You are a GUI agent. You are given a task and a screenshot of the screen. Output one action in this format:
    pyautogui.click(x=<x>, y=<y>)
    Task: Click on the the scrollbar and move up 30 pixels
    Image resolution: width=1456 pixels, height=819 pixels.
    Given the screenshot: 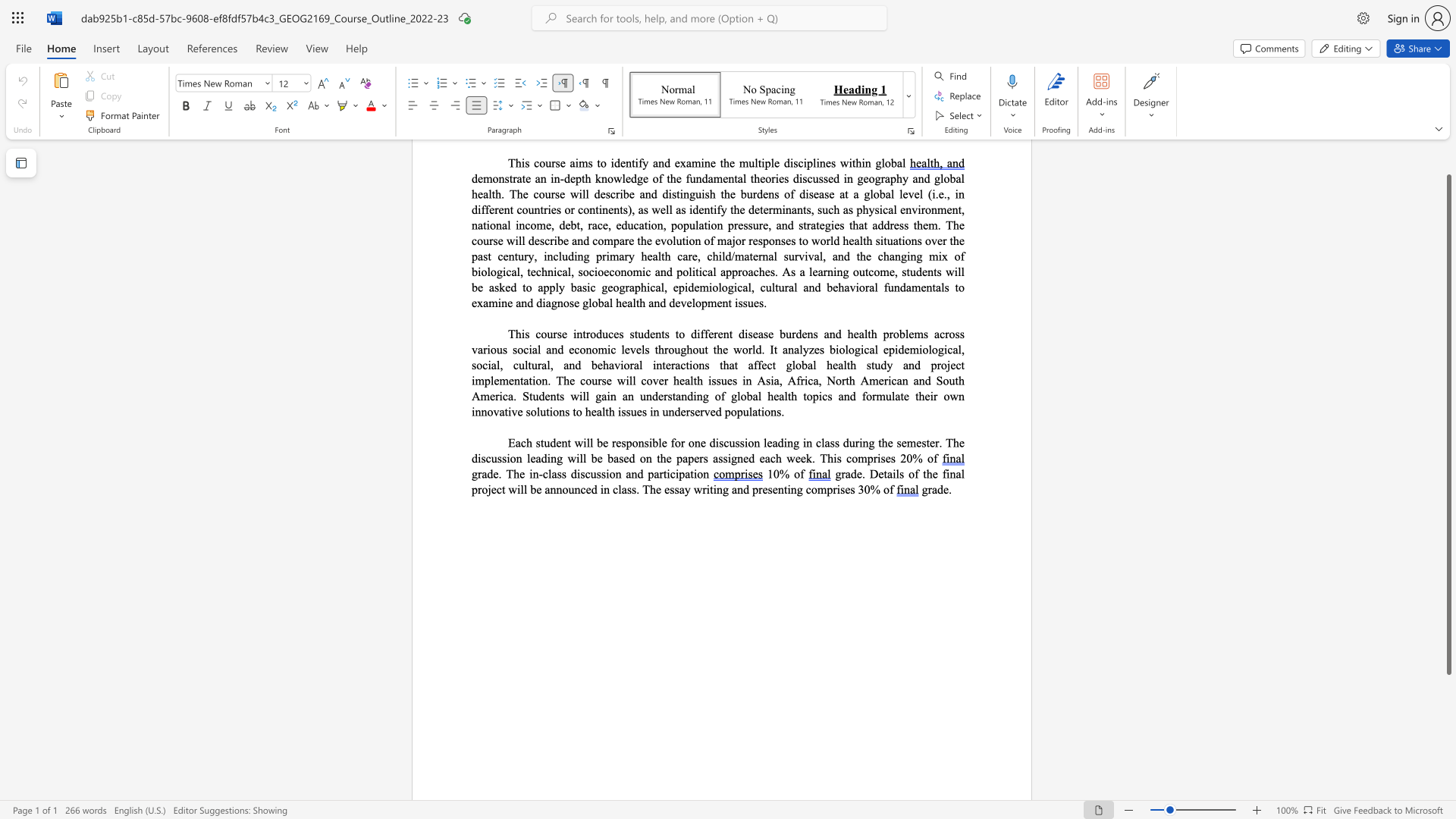 What is the action you would take?
    pyautogui.click(x=1448, y=425)
    